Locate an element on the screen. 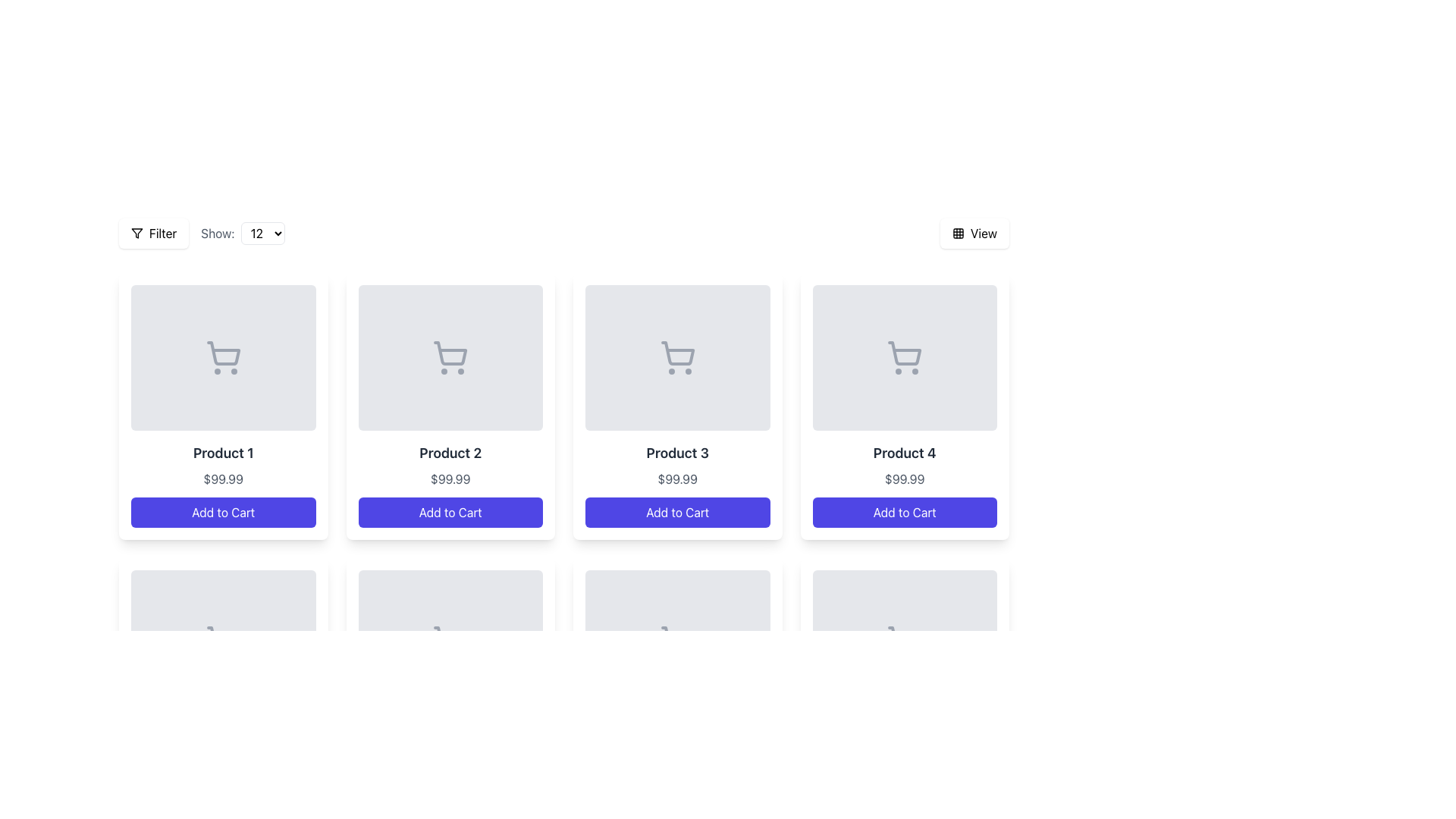 The height and width of the screenshot is (819, 1456). the 'Add to Cart' button, which is a rounded button with a blue background and white text, located at the bottom of the 'Product 1' card is located at coordinates (222, 512).